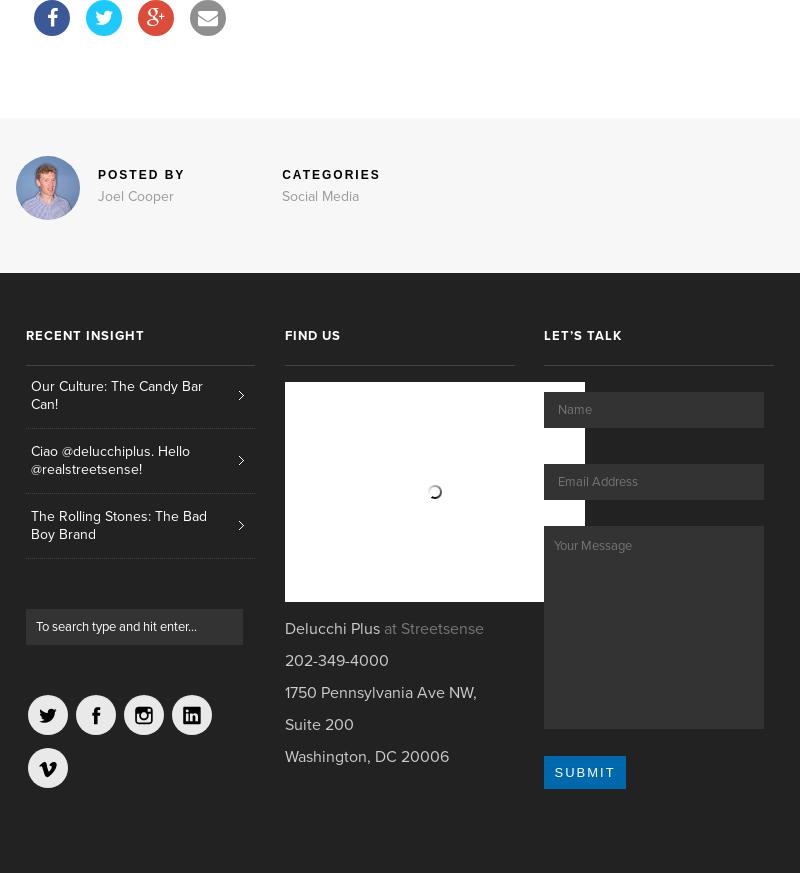 This screenshot has width=800, height=873. Describe the element at coordinates (379, 707) in the screenshot. I see `'1750 Pennsylvania Ave NW, Suite 200'` at that location.